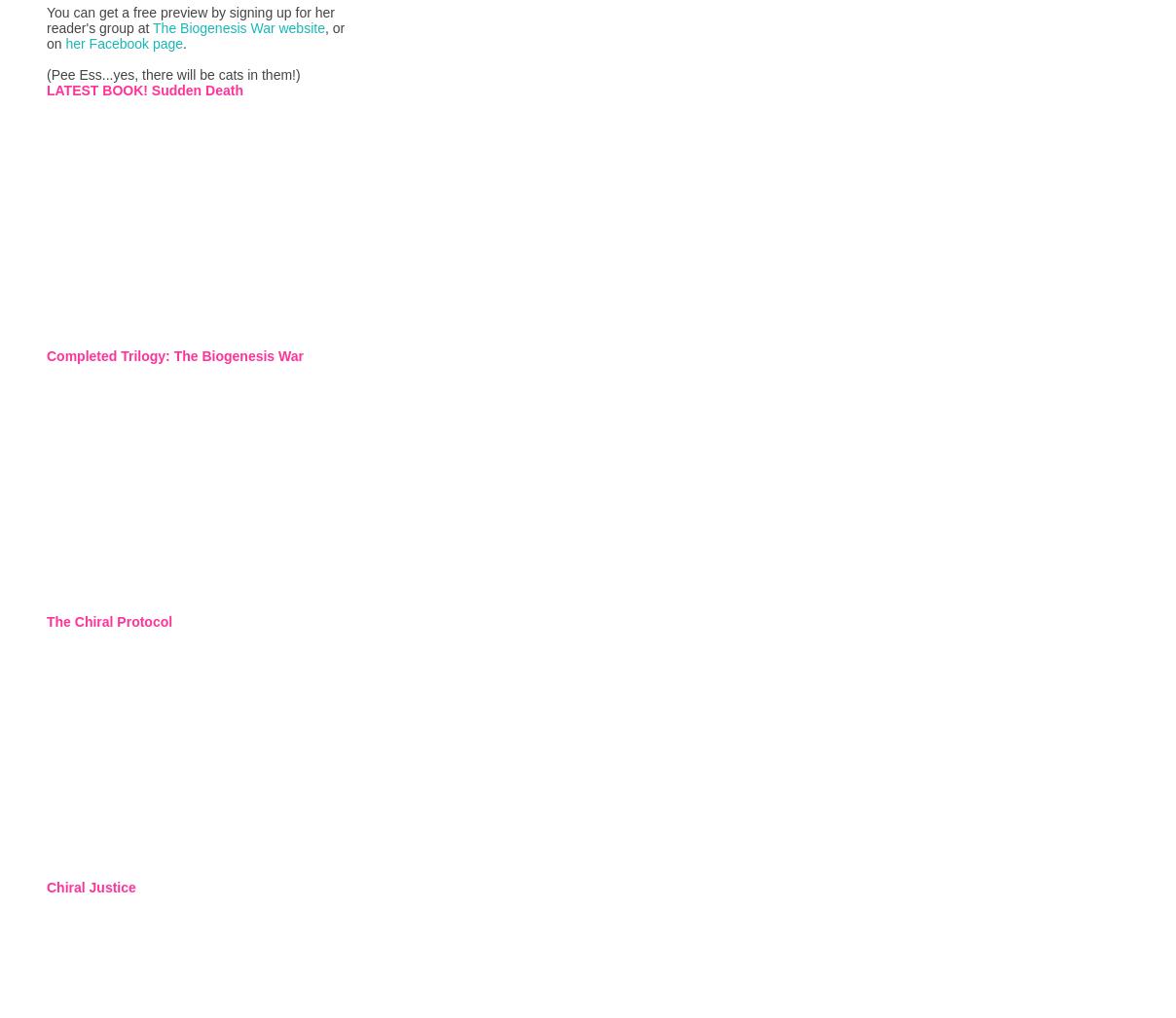 Image resolution: width=1176 pixels, height=1018 pixels. Describe the element at coordinates (143, 90) in the screenshot. I see `'LATEST BOOK! Sudden Death'` at that location.